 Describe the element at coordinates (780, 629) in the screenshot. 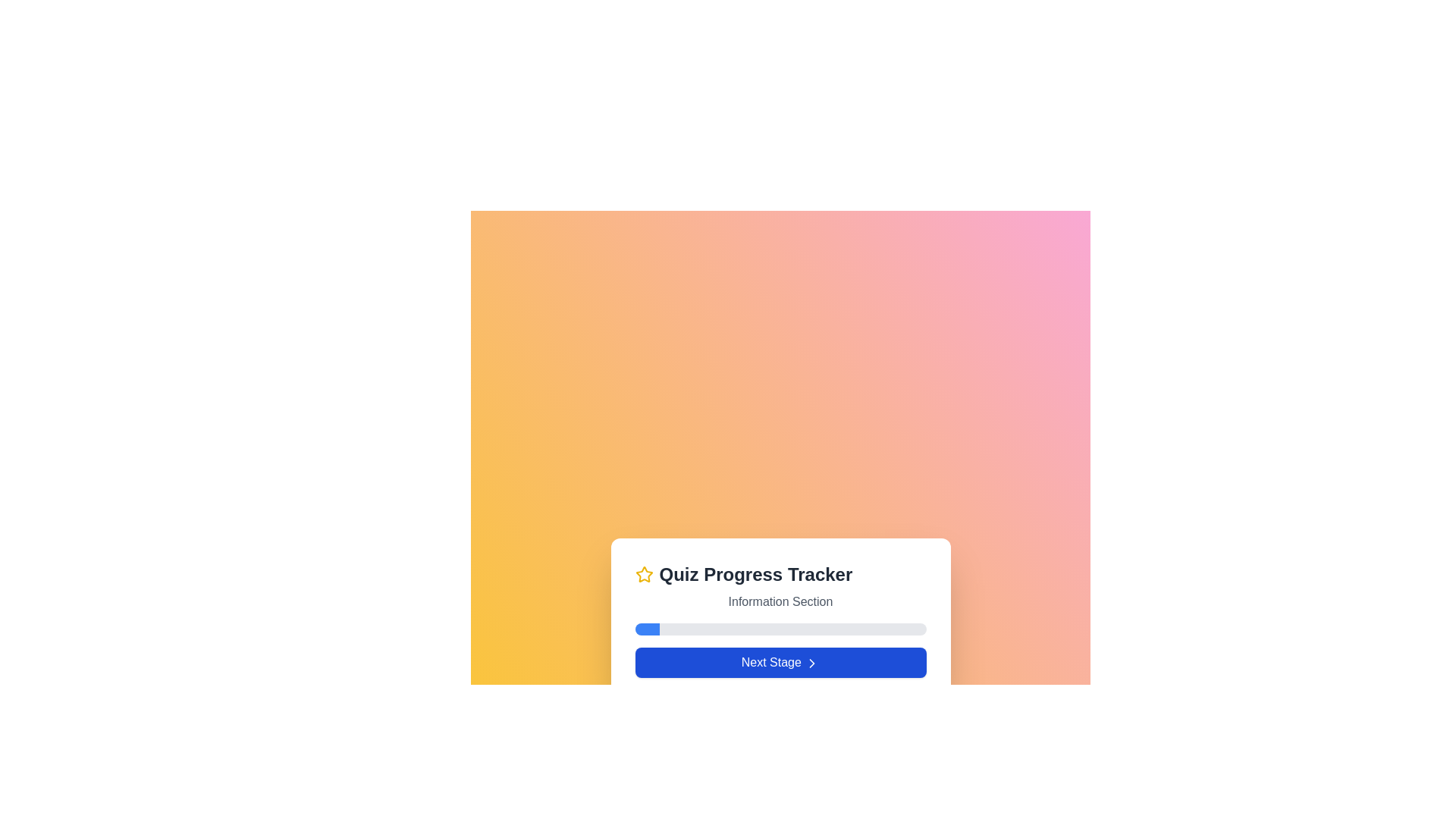

I see `the horizontal progress bar with a light gray background and a blue progress indicator, positioned below the 'Information Section' and above the 'Next Stage' button` at that location.